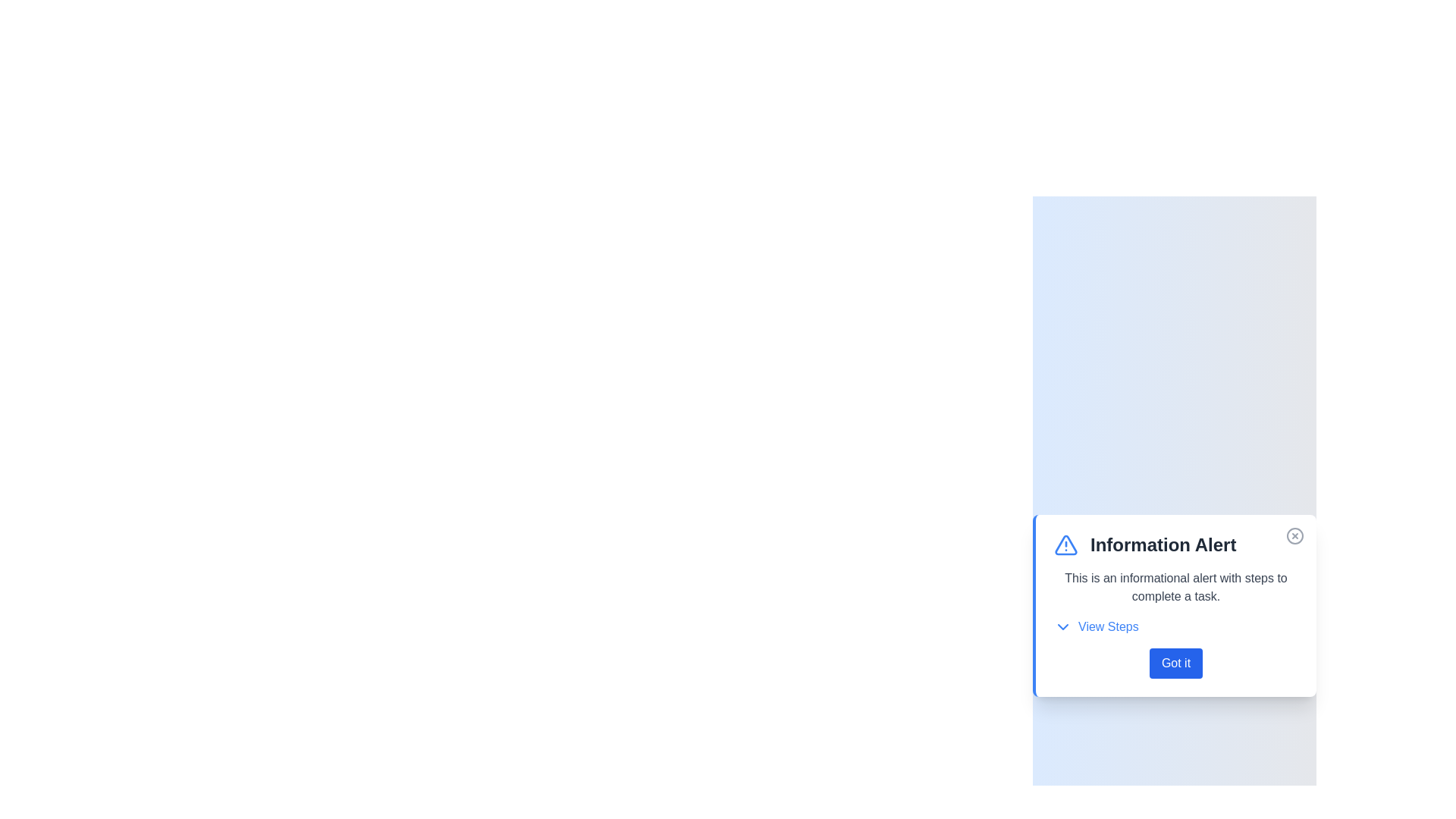  I want to click on the close button at the top-right corner of the alert box to dismiss it, so click(1294, 535).